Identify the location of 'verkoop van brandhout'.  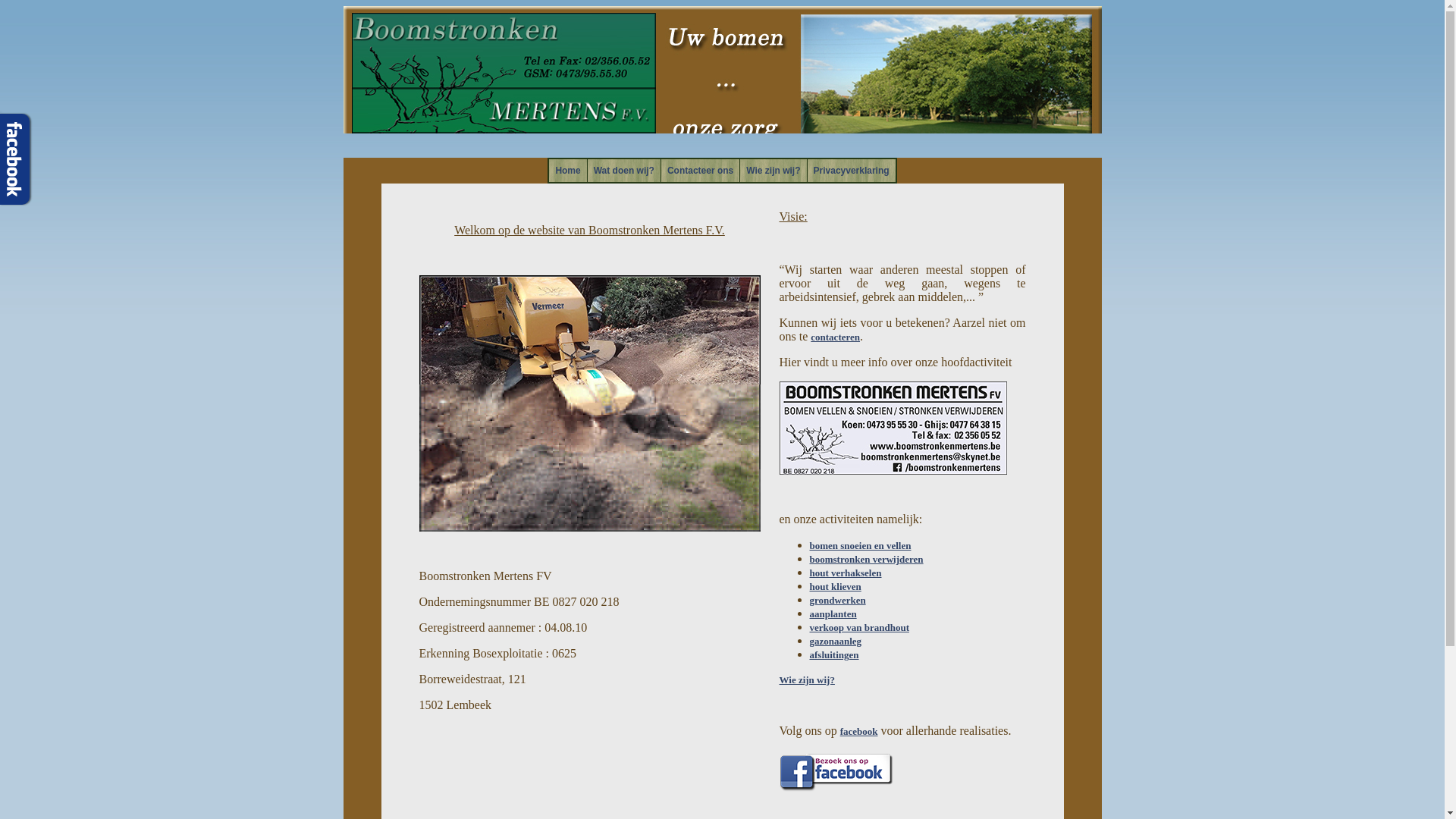
(859, 627).